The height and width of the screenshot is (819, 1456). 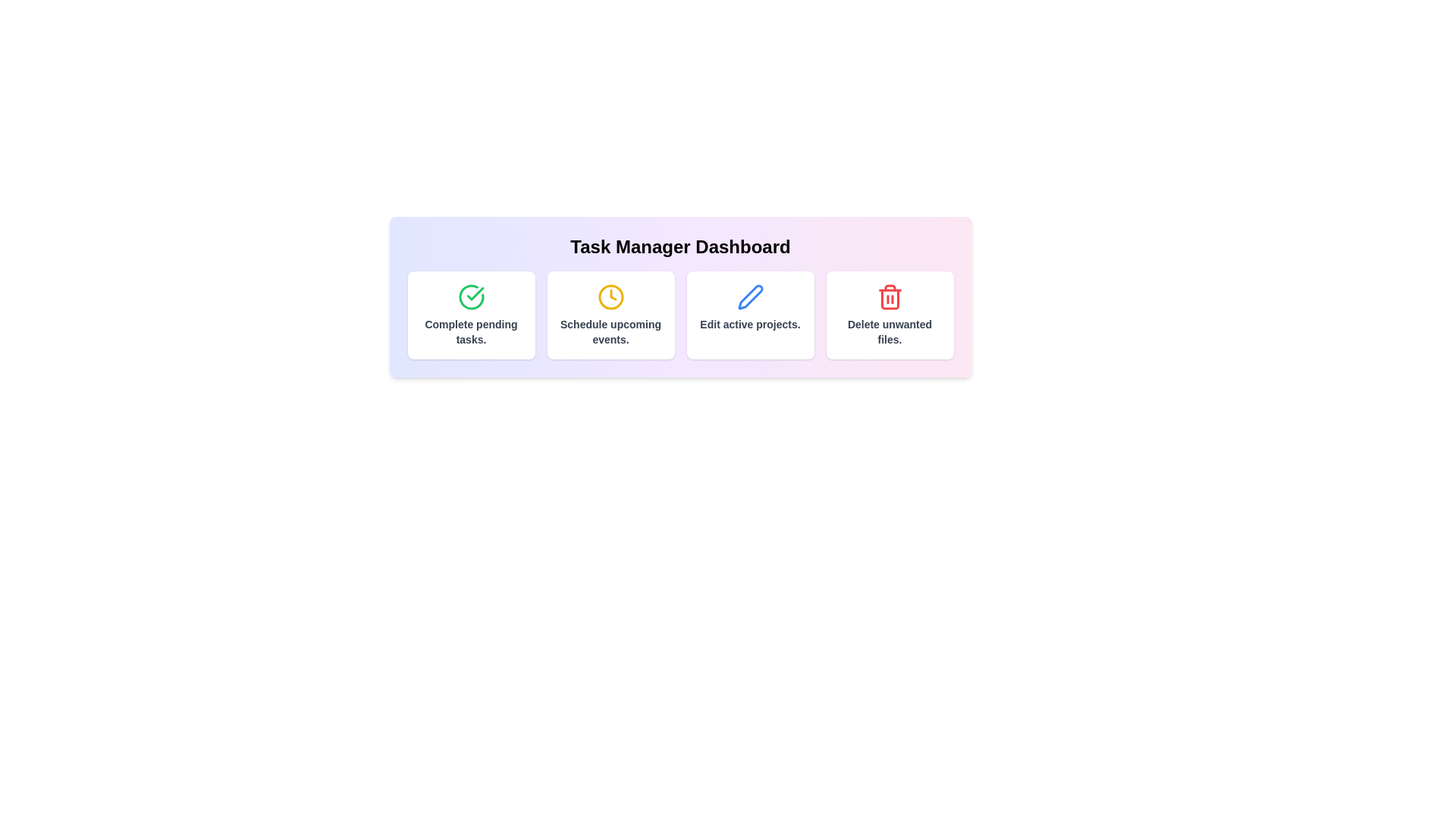 What do you see at coordinates (890, 299) in the screenshot?
I see `the red vertical rectangular structure that forms part of the trash bin icon in the fourth action item labeled 'Delete unwanted files.'` at bounding box center [890, 299].